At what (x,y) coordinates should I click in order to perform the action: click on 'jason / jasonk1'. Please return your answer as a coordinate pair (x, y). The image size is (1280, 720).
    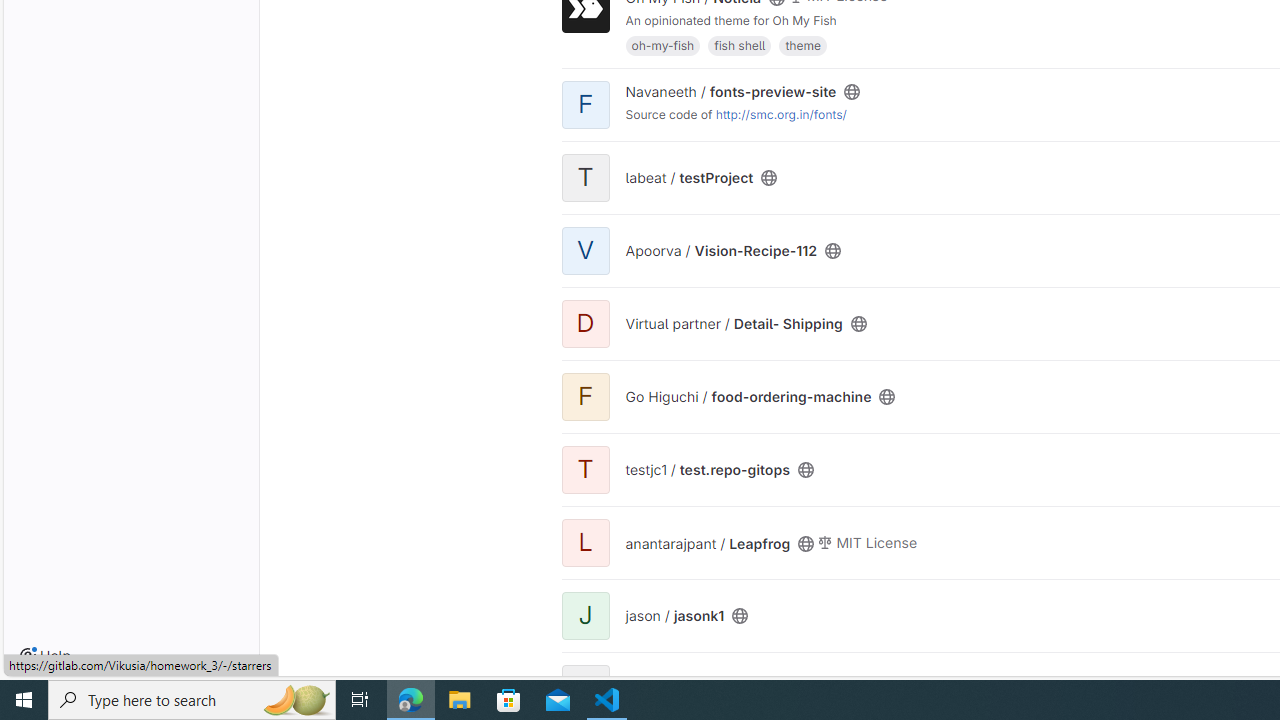
    Looking at the image, I should click on (674, 614).